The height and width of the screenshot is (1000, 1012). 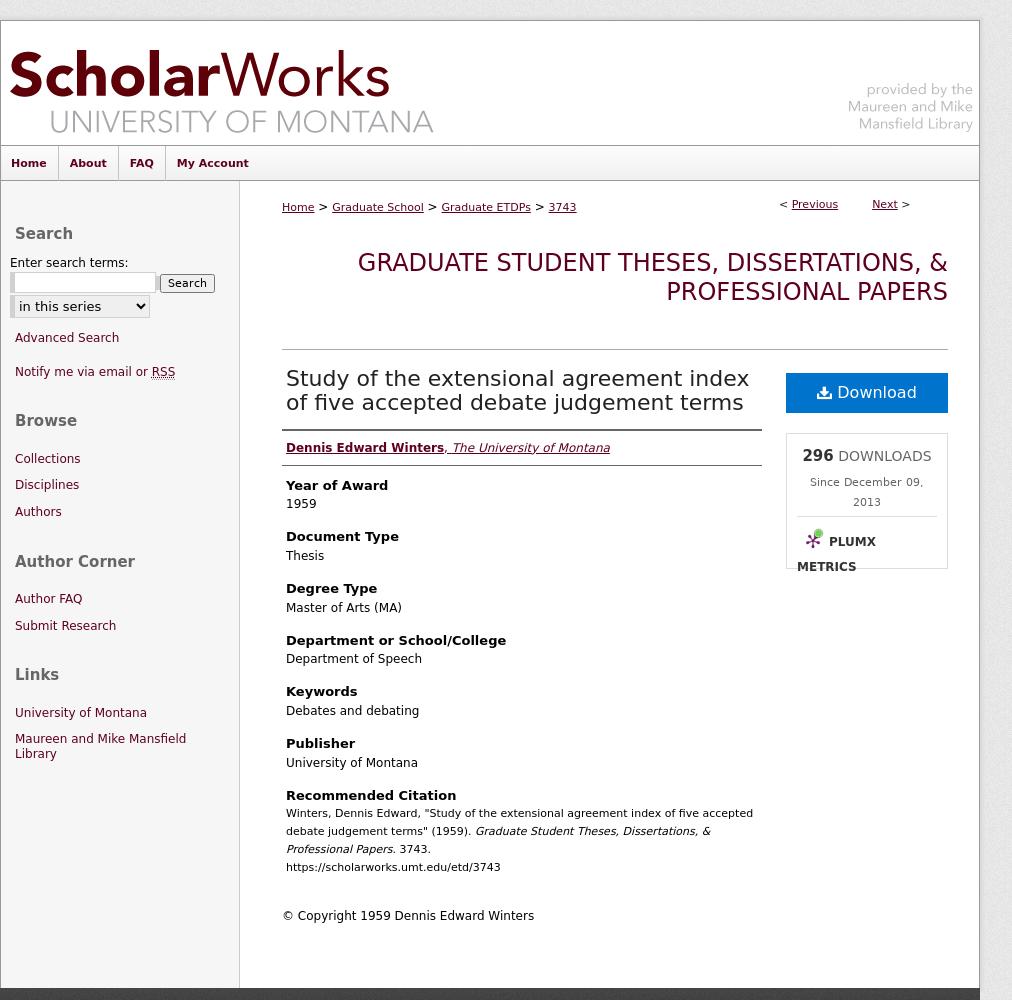 I want to click on 'Thesis', so click(x=284, y=555).